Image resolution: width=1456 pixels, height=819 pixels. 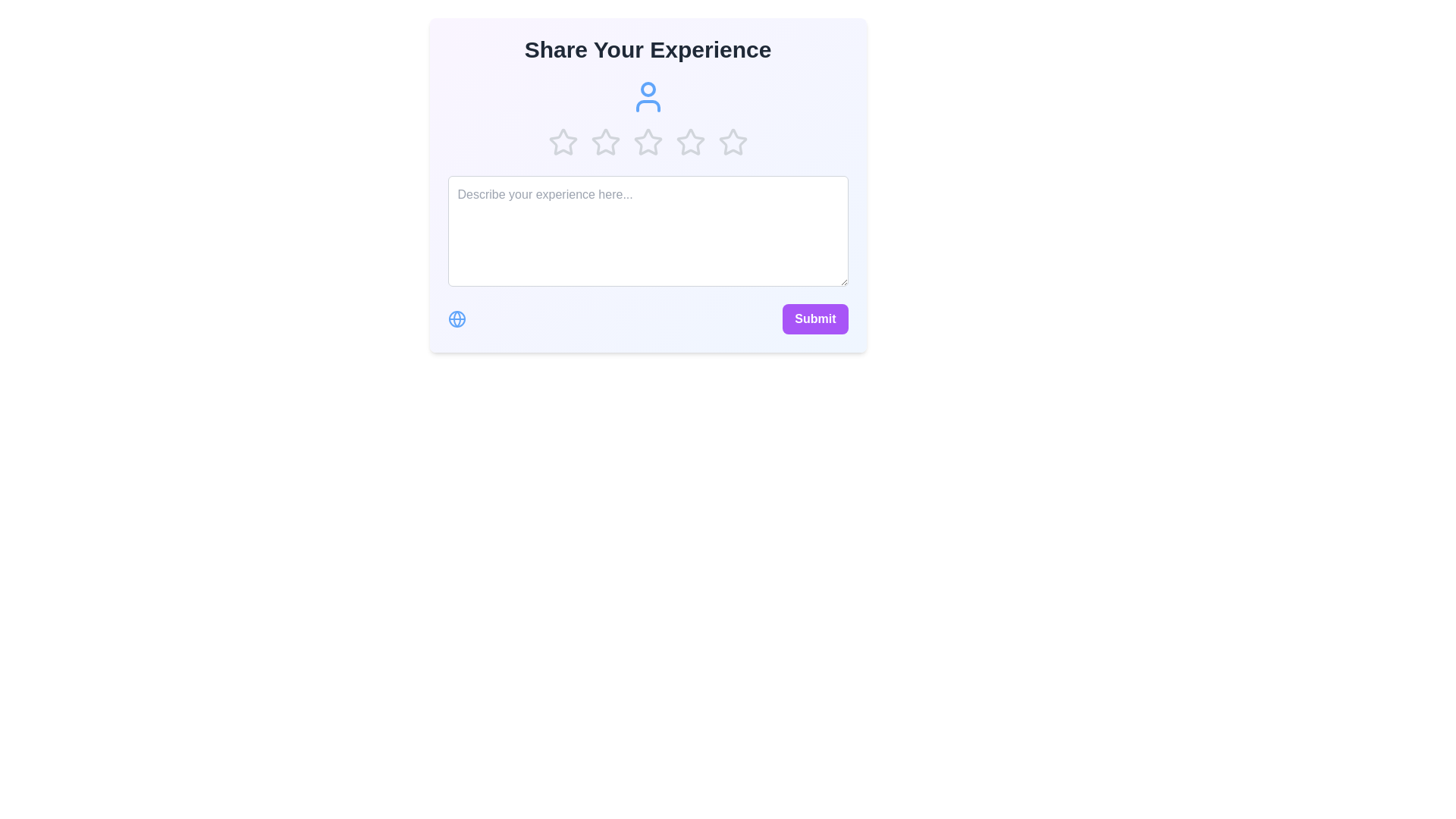 What do you see at coordinates (689, 143) in the screenshot?
I see `the 5th star icon` at bounding box center [689, 143].